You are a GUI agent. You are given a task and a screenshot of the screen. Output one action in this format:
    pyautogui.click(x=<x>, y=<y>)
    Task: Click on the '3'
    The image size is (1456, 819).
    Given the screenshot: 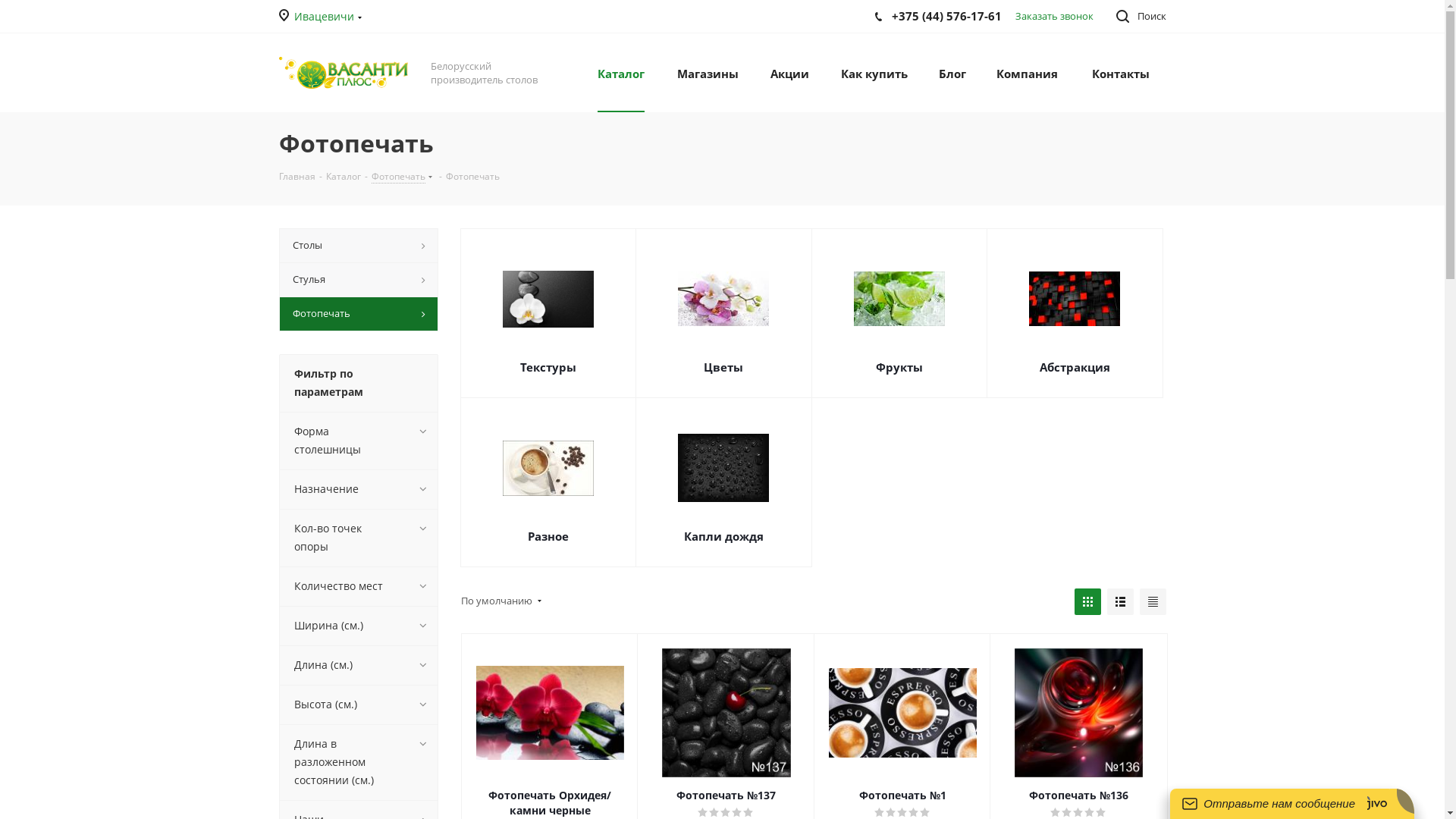 What is the action you would take?
    pyautogui.click(x=725, y=812)
    